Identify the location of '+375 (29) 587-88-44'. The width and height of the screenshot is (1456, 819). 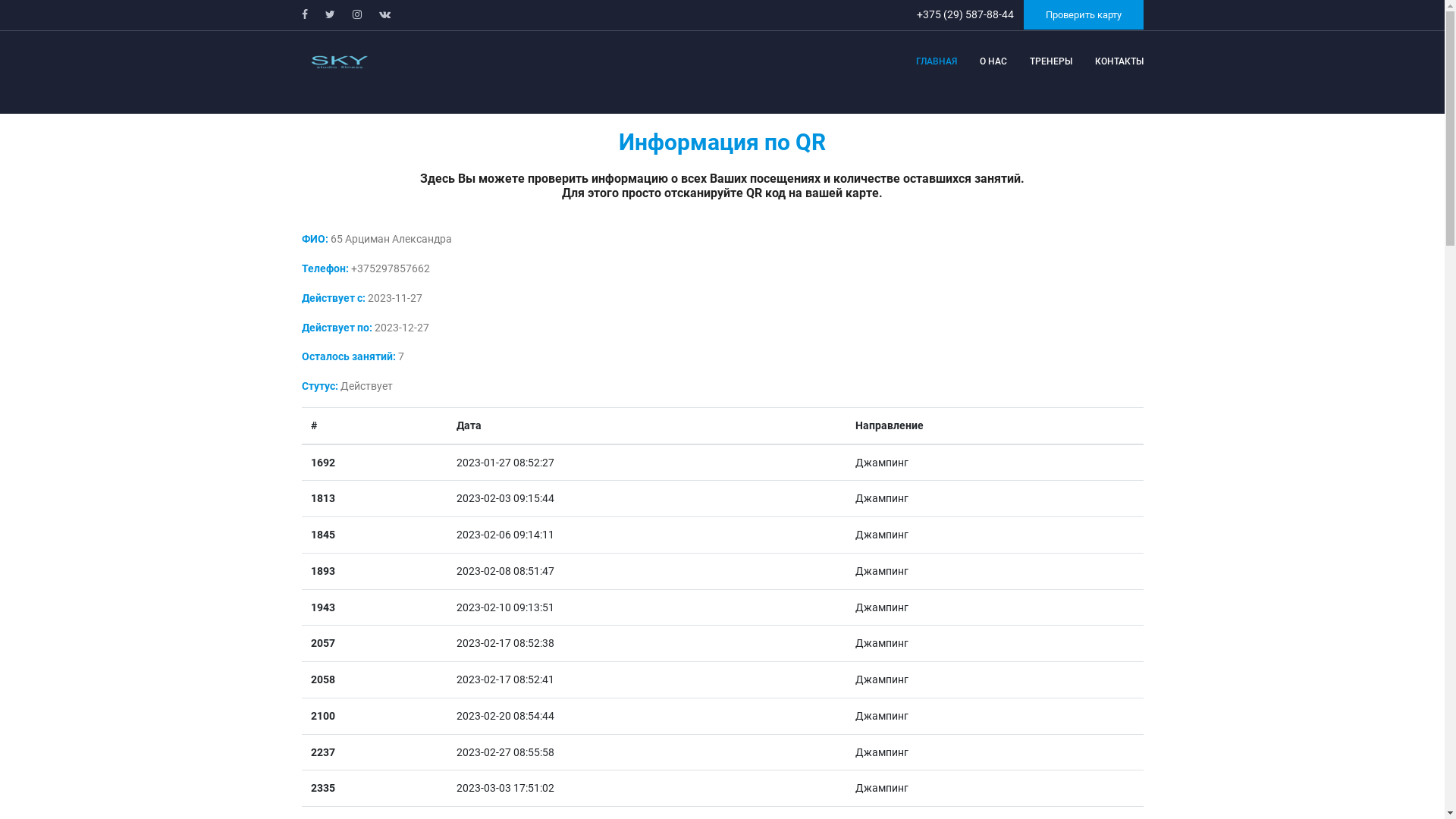
(965, 14).